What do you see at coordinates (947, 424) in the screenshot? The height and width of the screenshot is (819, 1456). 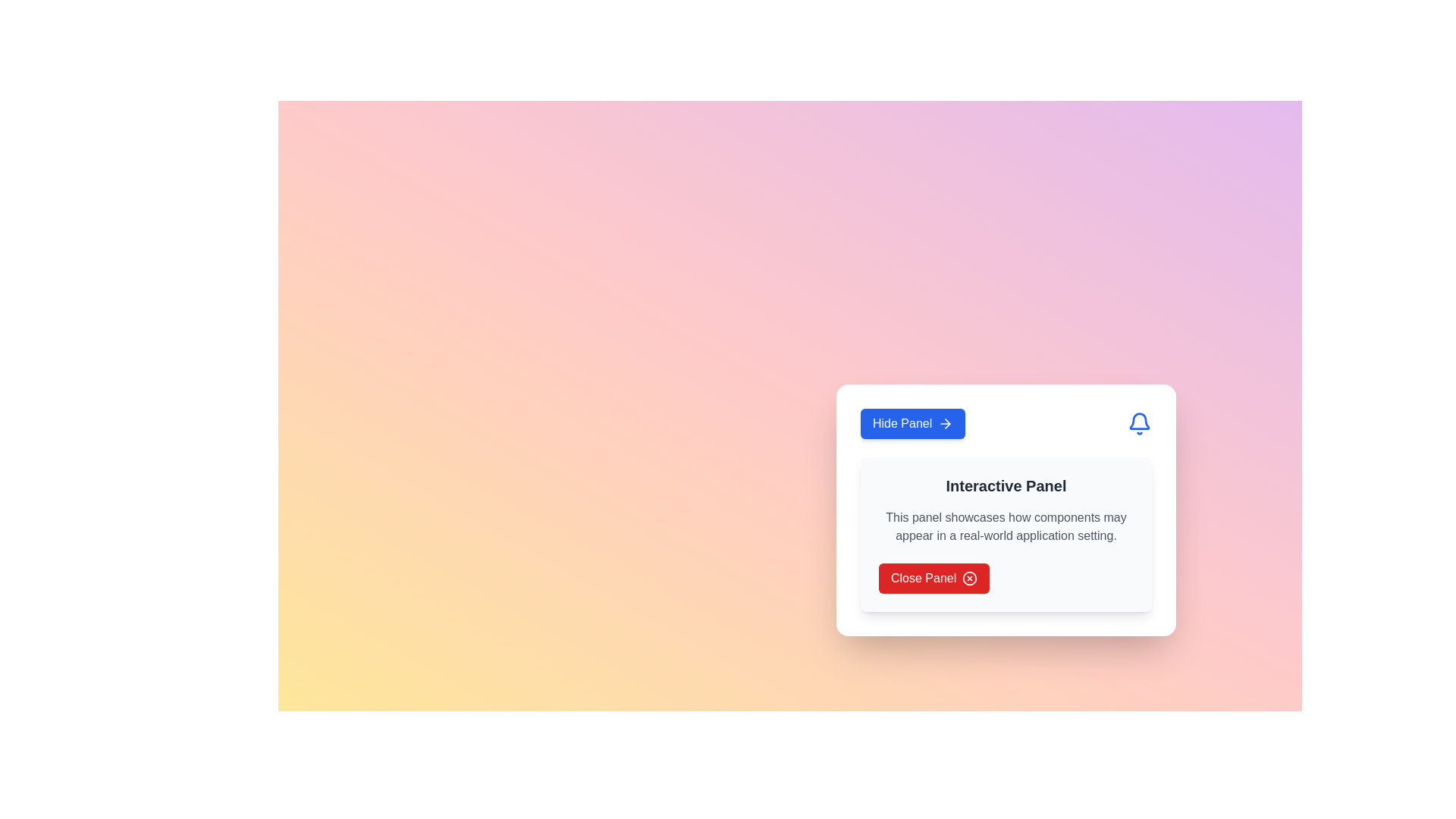 I see `the rightward pointing arrow icon, which is a minimalist triangular shape located to the right of the 'Hide Panel' button in the upper-left corner of the main panel` at bounding box center [947, 424].